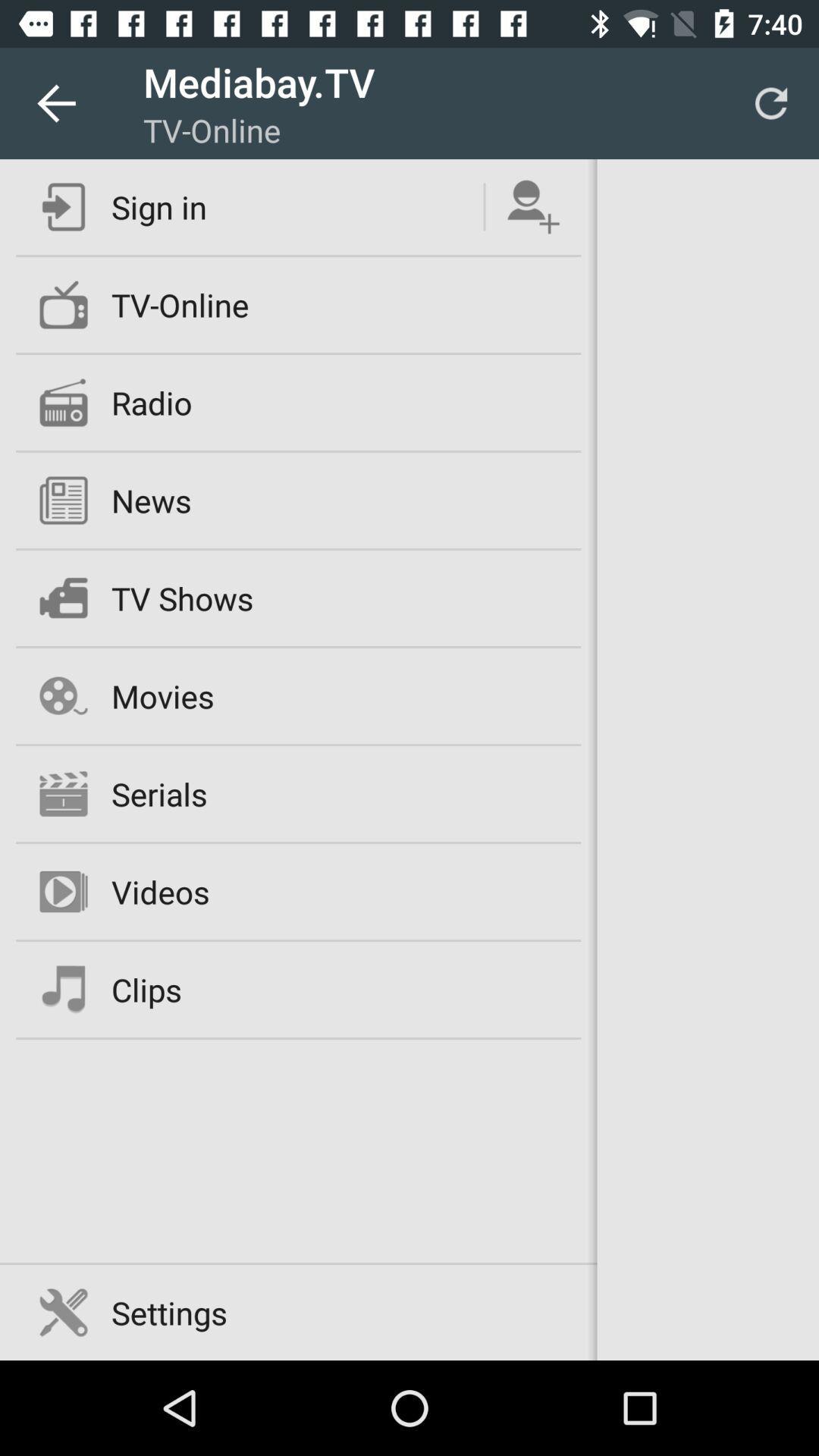 The image size is (819, 1456). I want to click on the follow icon, so click(532, 206).